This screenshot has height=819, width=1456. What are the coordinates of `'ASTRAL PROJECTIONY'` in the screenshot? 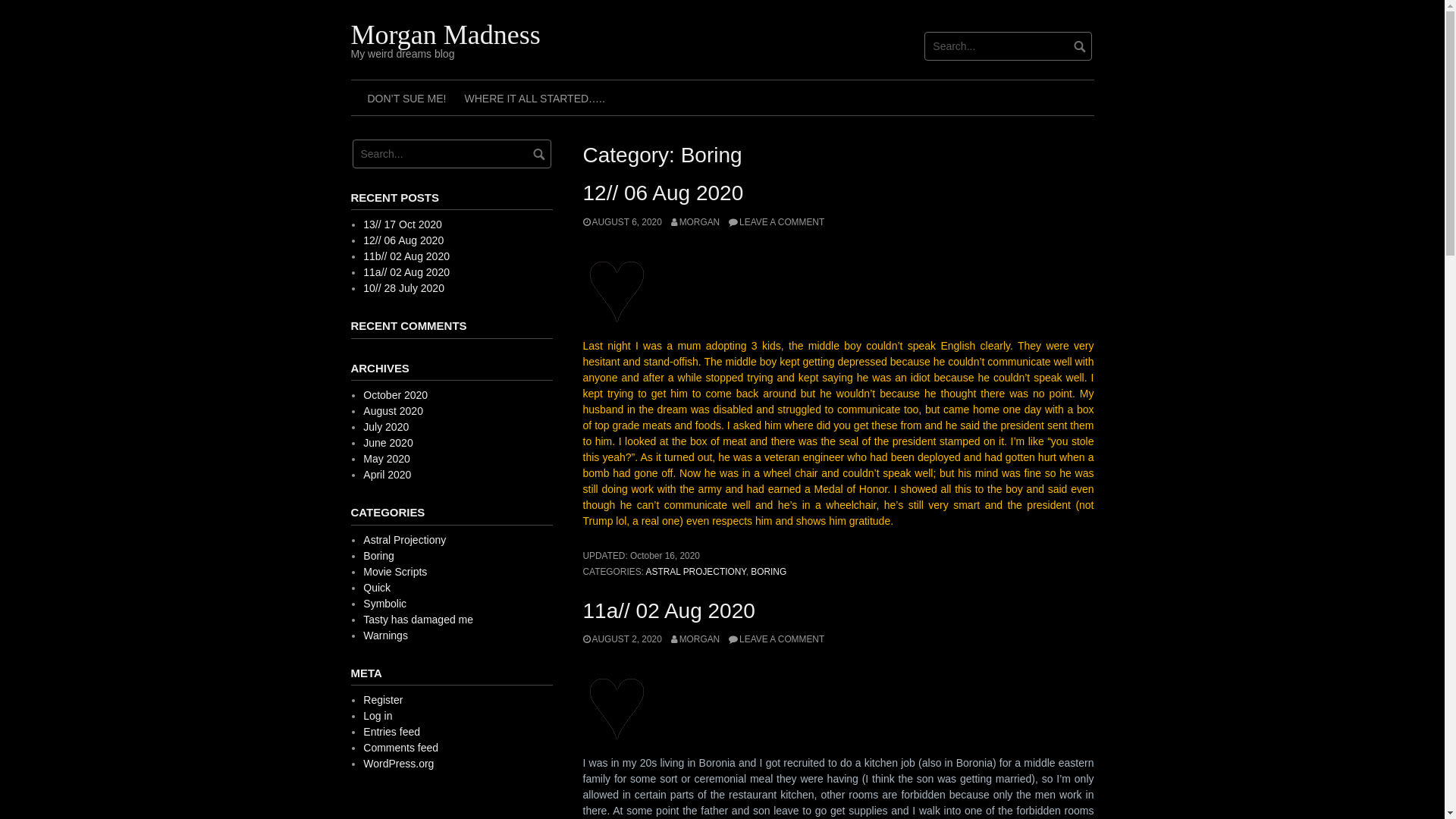 It's located at (695, 571).